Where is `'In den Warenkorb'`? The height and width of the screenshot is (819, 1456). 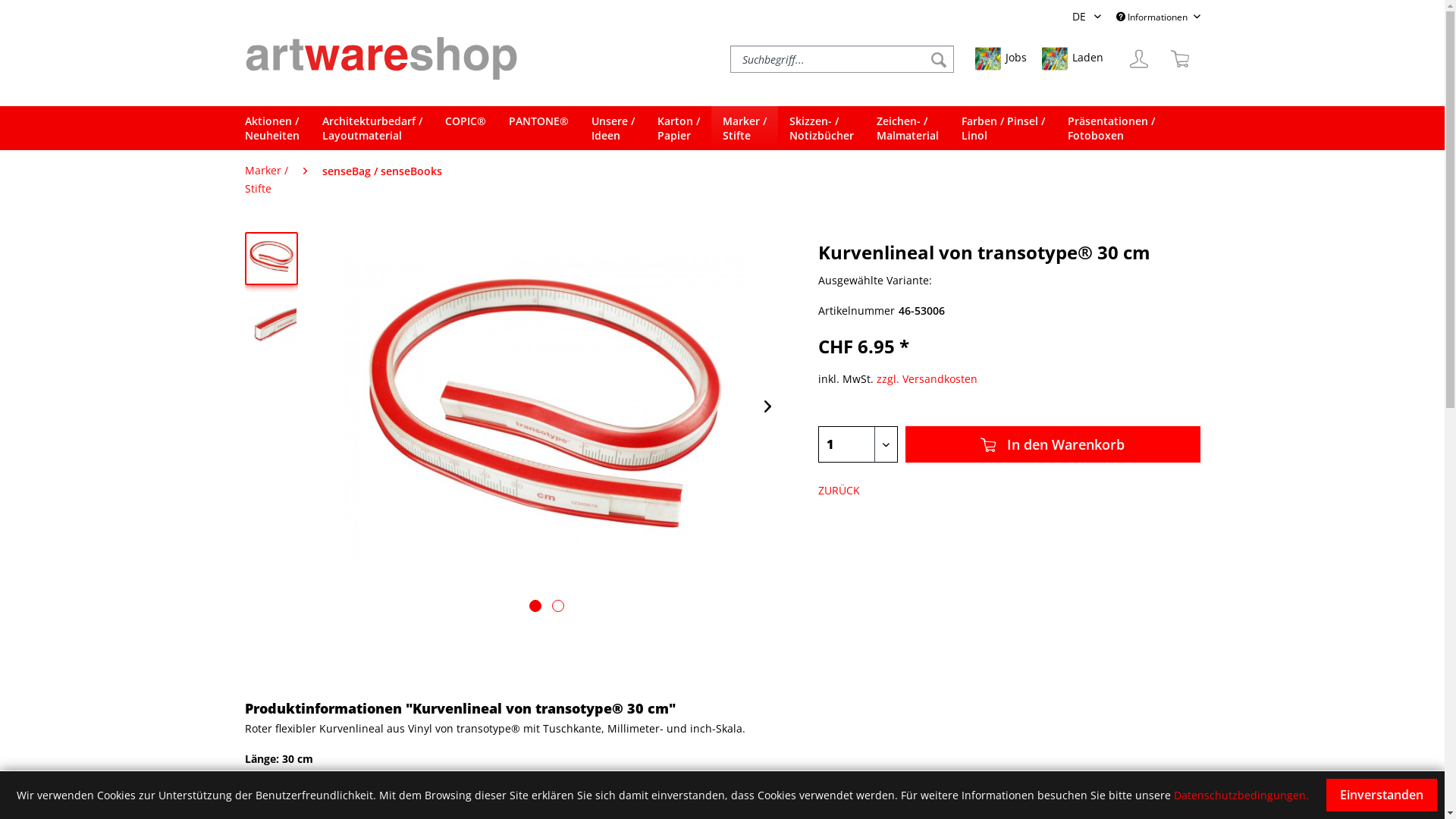 'In den Warenkorb' is located at coordinates (1052, 444).